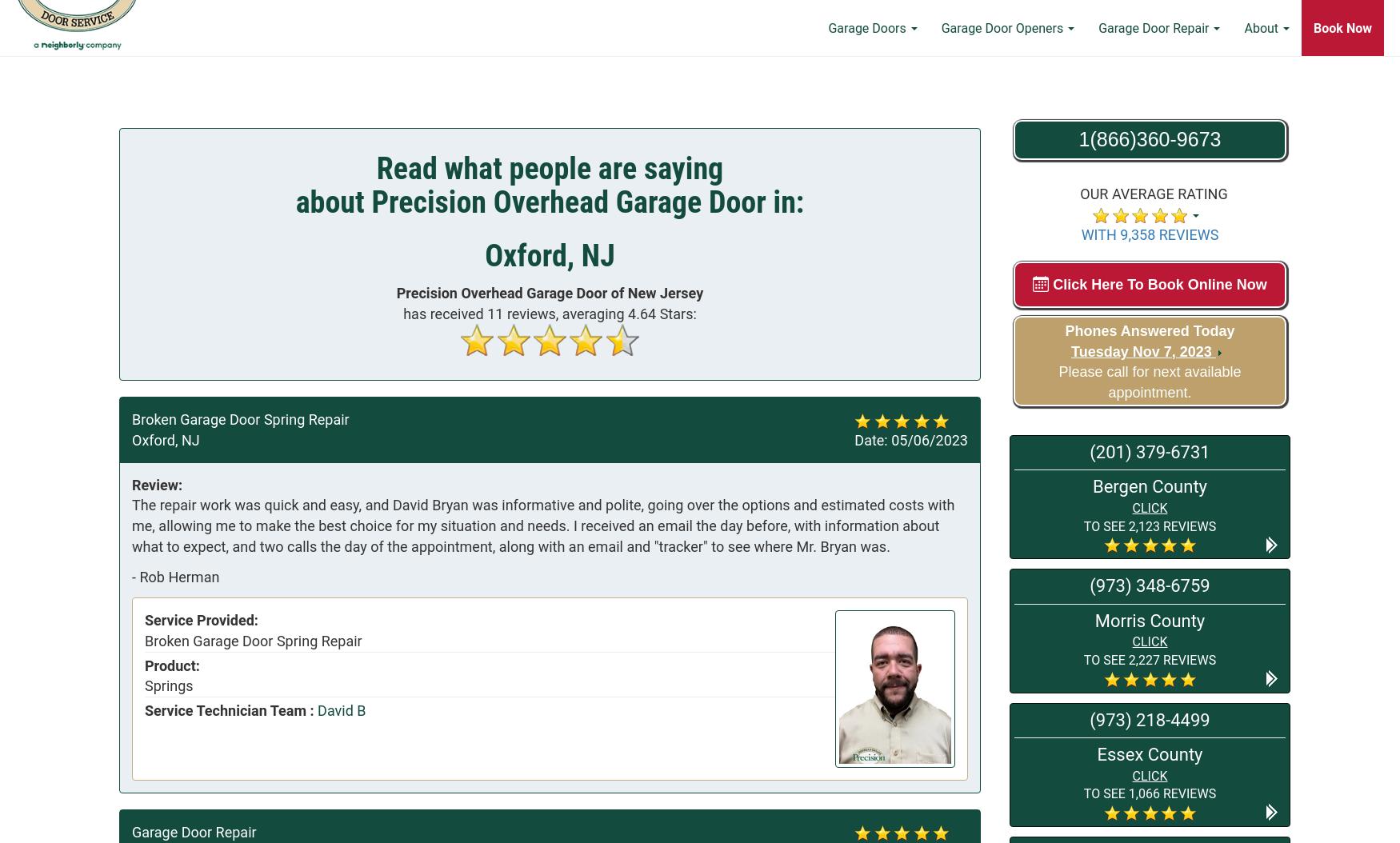 The image size is (1400, 843). Describe the element at coordinates (1194, 27) in the screenshot. I see `'Learning Center'` at that location.